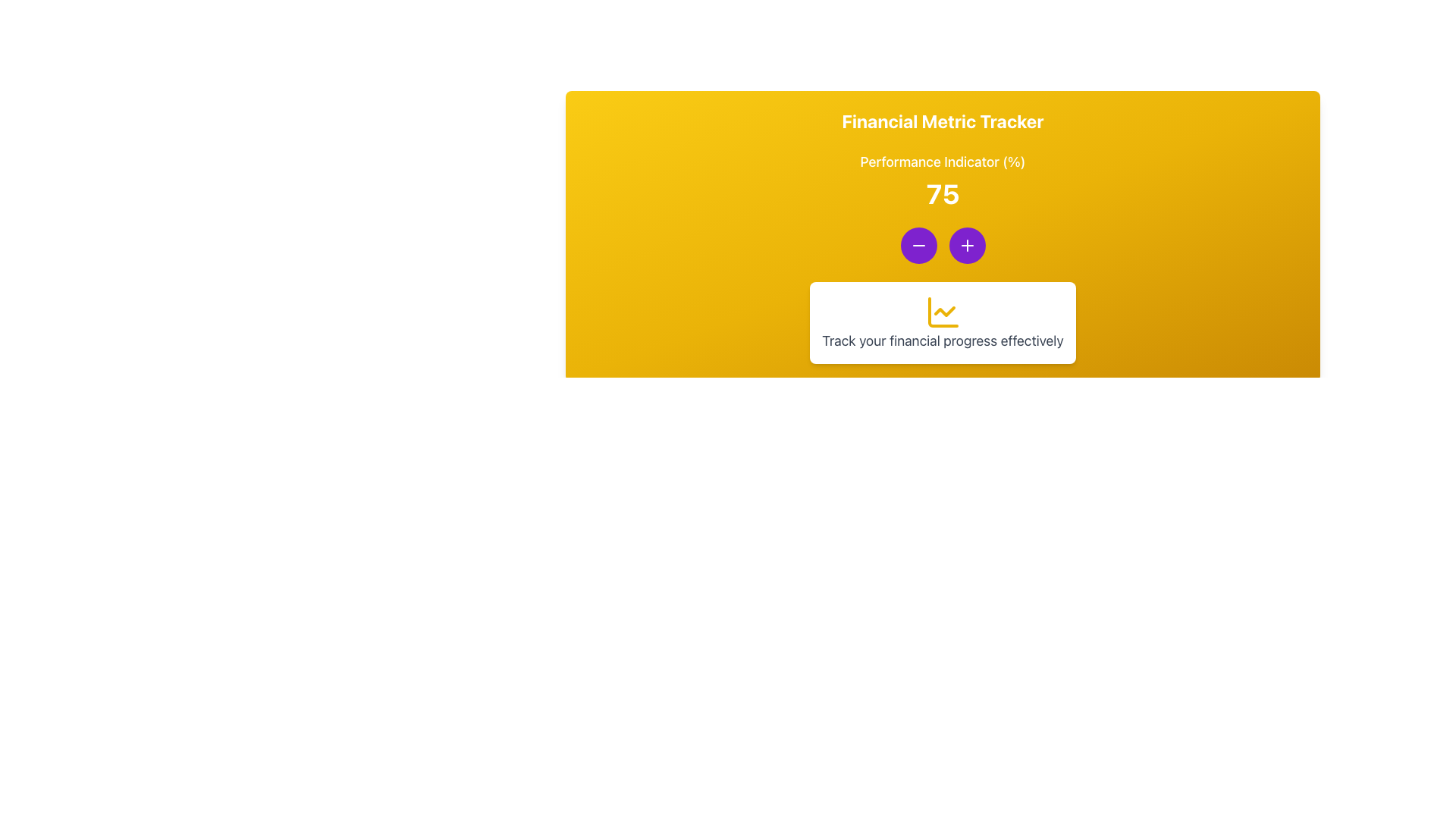 The height and width of the screenshot is (819, 1456). What do you see at coordinates (918, 245) in the screenshot?
I see `the minus icon button, which is a purple circular button with a horizontal line, located below the text '75' and to the left of the plus button` at bounding box center [918, 245].